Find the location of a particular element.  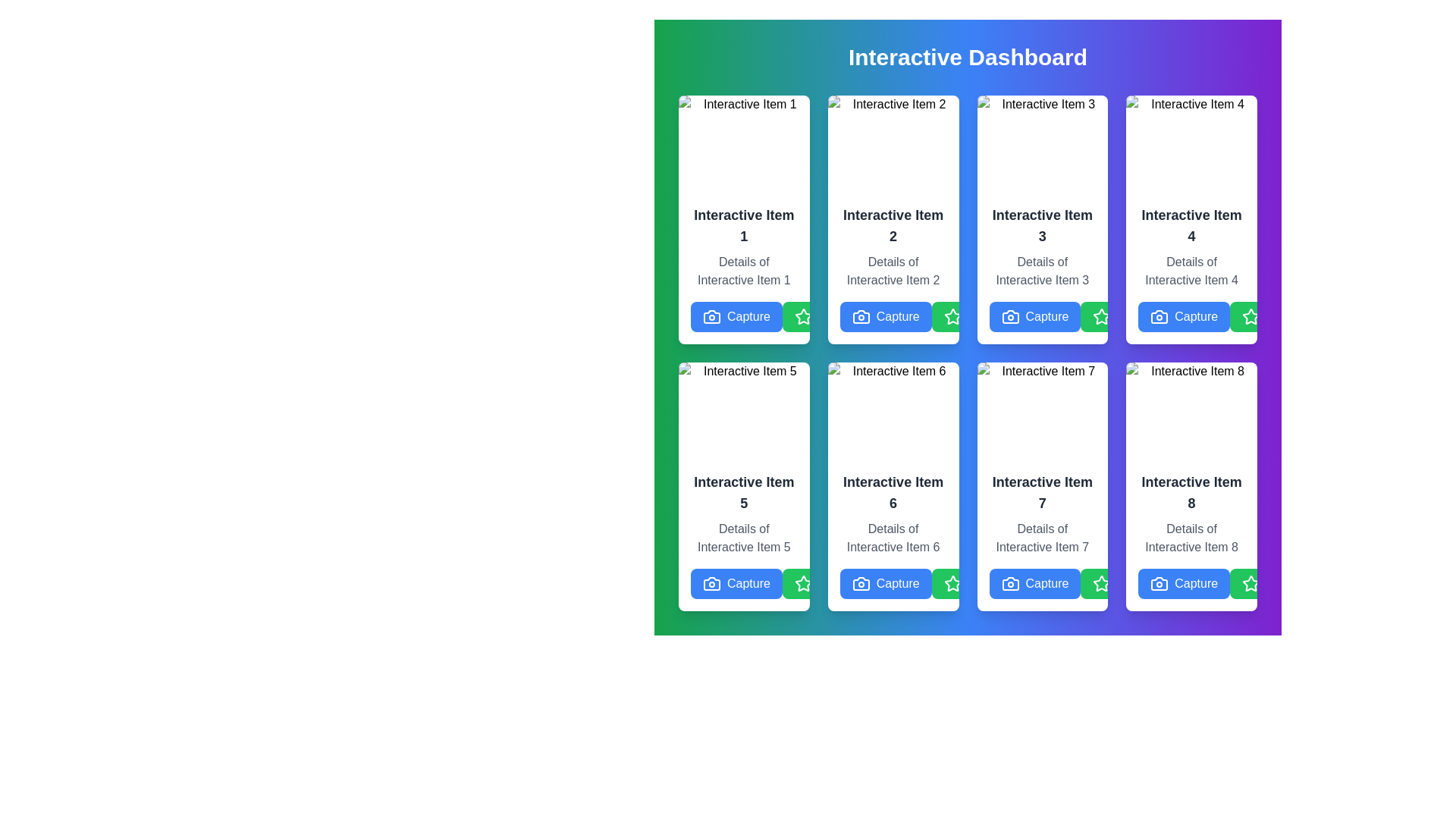

the heart icon located in the lower-right corner of the 'Interactive Item 3' card in the dashboard grid is located at coordinates (1044, 315).